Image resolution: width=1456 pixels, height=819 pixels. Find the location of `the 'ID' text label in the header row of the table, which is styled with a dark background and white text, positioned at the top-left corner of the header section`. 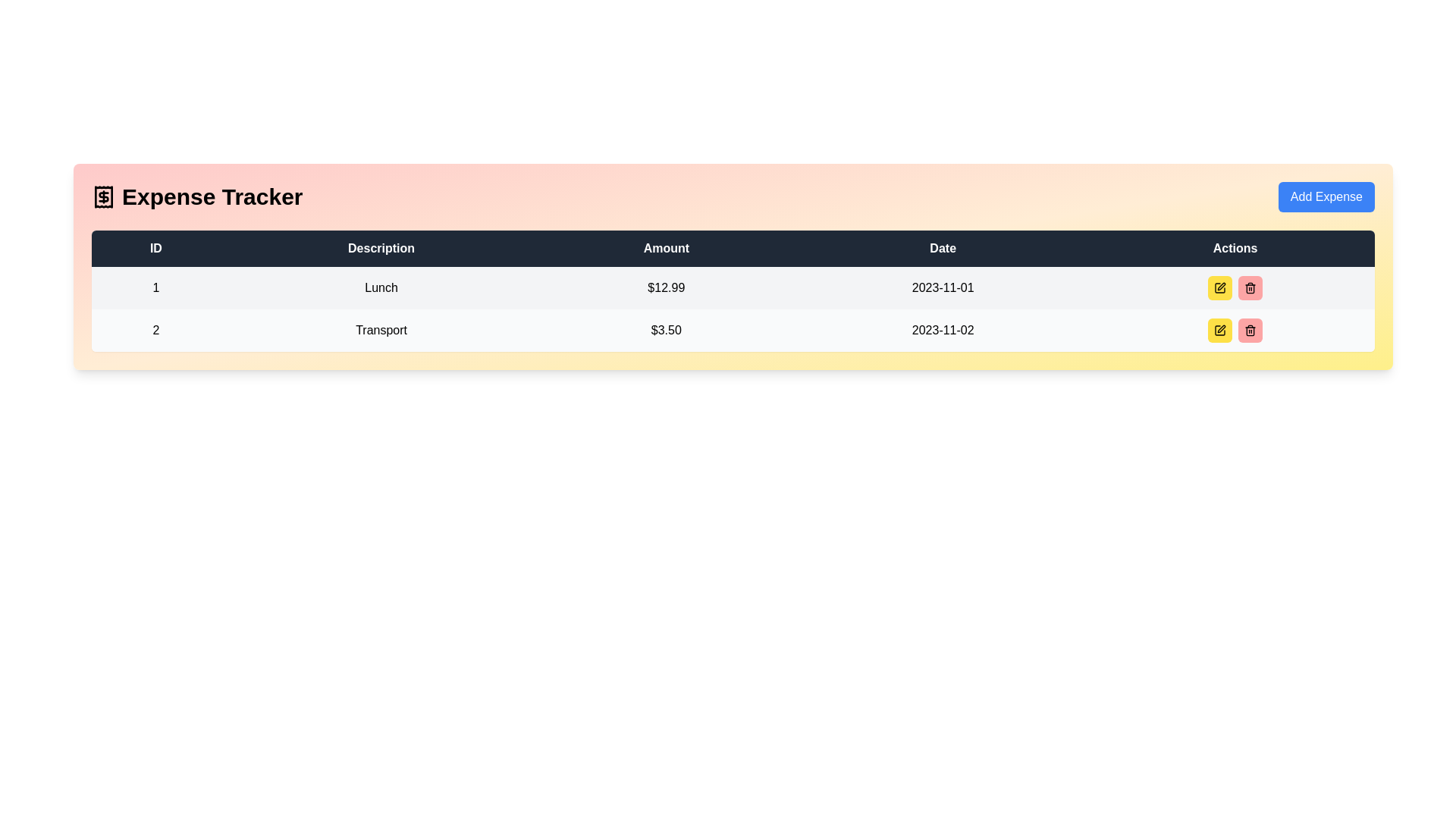

the 'ID' text label in the header row of the table, which is styled with a dark background and white text, positioned at the top-left corner of the header section is located at coordinates (155, 247).